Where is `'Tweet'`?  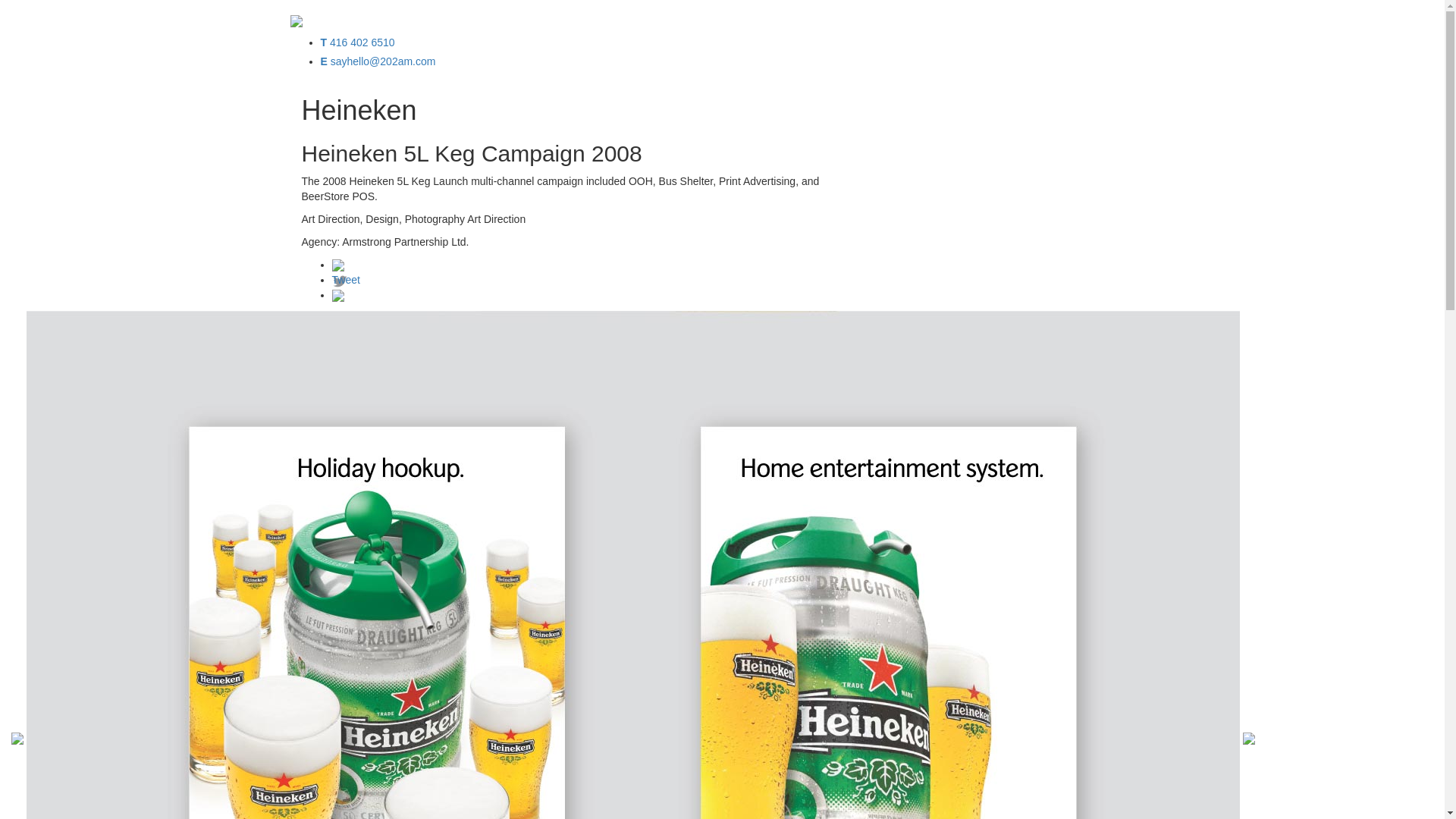
'Tweet' is located at coordinates (345, 280).